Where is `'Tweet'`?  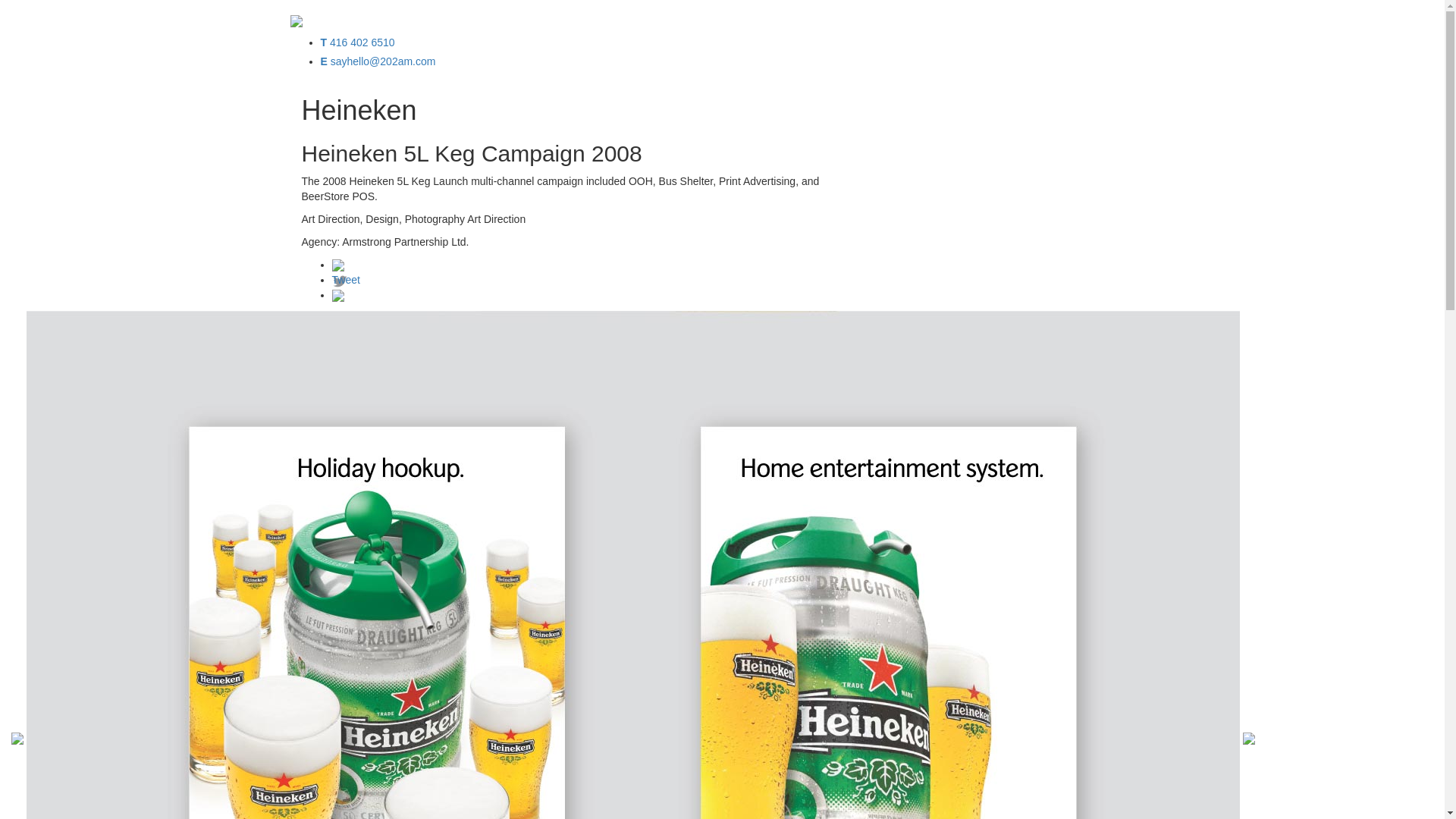
'Tweet' is located at coordinates (345, 280).